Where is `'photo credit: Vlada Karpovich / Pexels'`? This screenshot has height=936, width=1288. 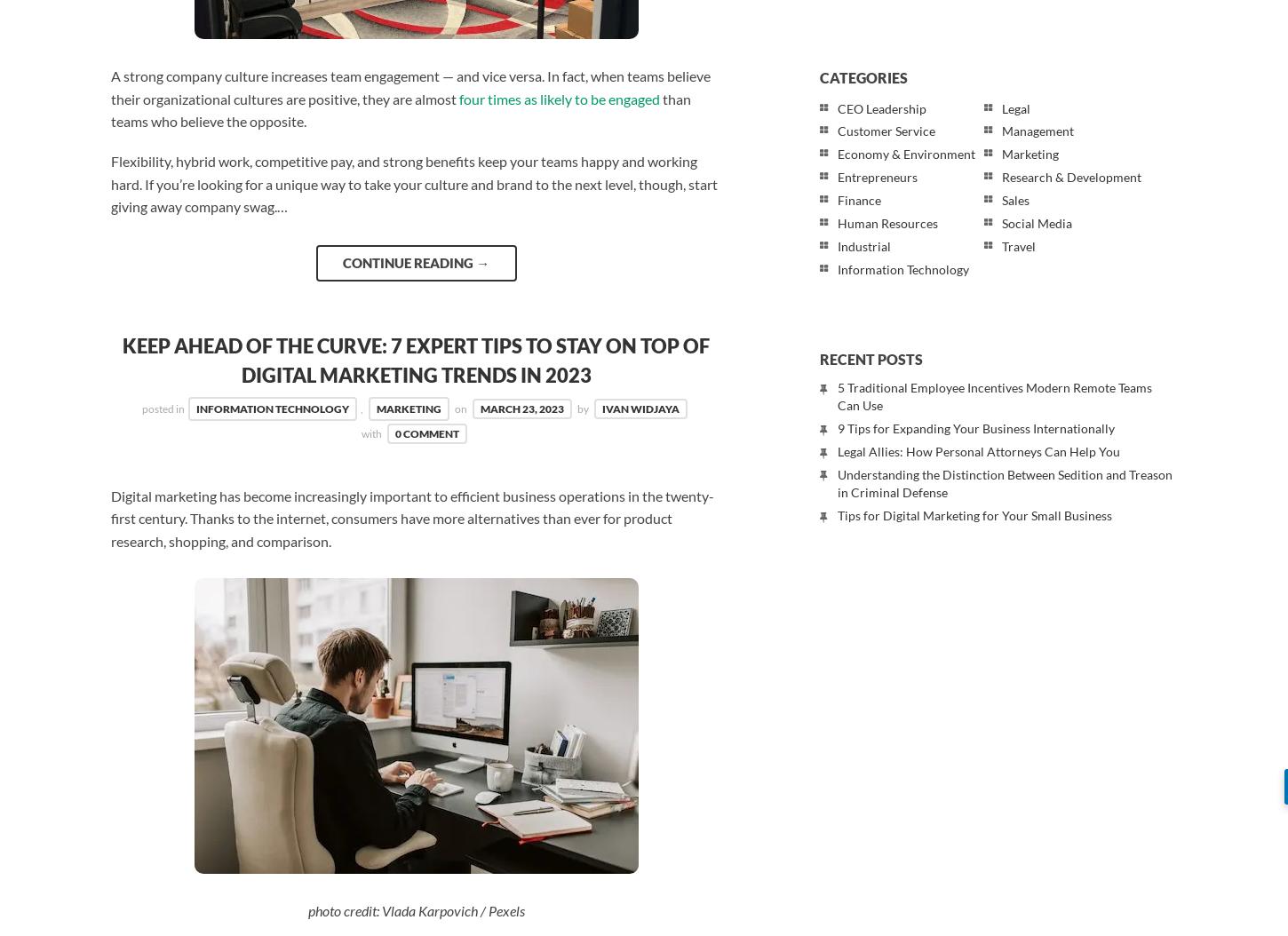 'photo credit: Vlada Karpovich / Pexels' is located at coordinates (415, 908).